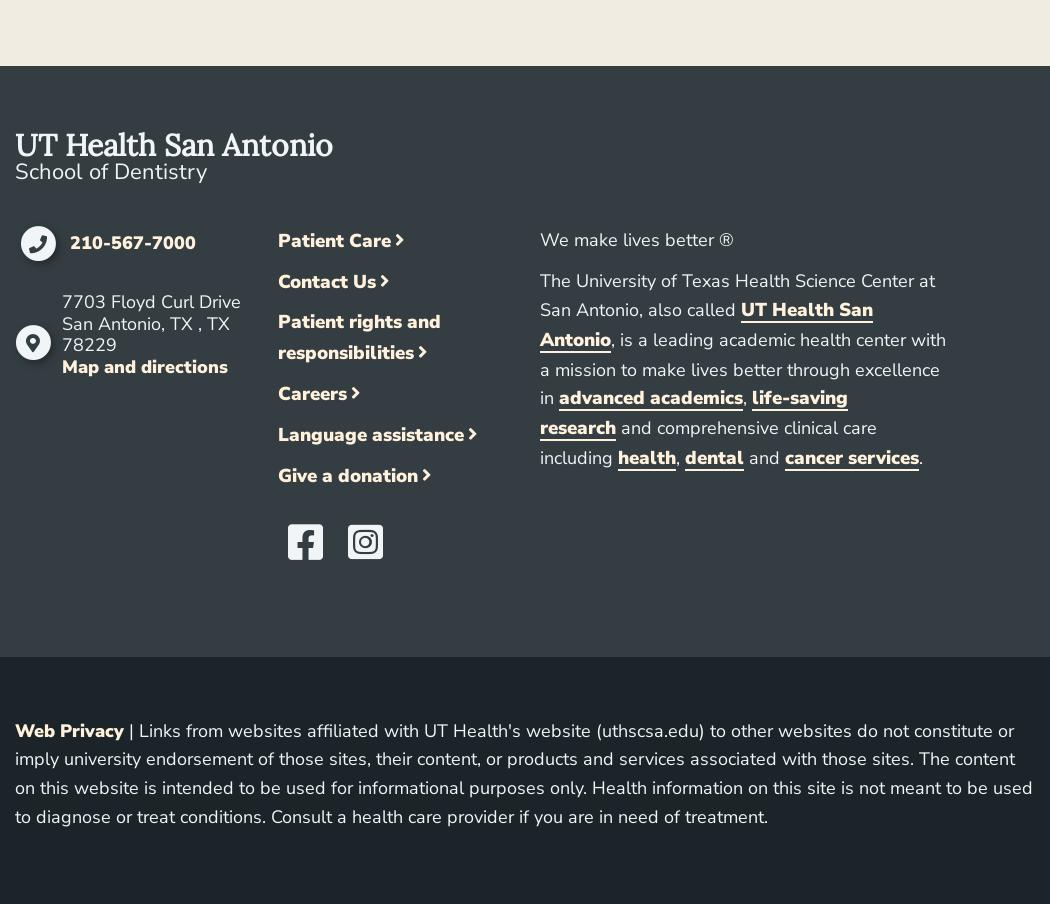 The image size is (1050, 904). What do you see at coordinates (522, 773) in the screenshot?
I see `'| Links from websites affiliated with UT Health's website (uthscsa.edu) to other websites do not constitute or imply university endorsement of those sites, their content, or products and services associated with those sites. The content on this website is intended to be used for informational purposes only. Health information on this site is not meant to be used to diagnose or treat conditions. Consult a health care provider if you are in need of treatment.'` at bounding box center [522, 773].